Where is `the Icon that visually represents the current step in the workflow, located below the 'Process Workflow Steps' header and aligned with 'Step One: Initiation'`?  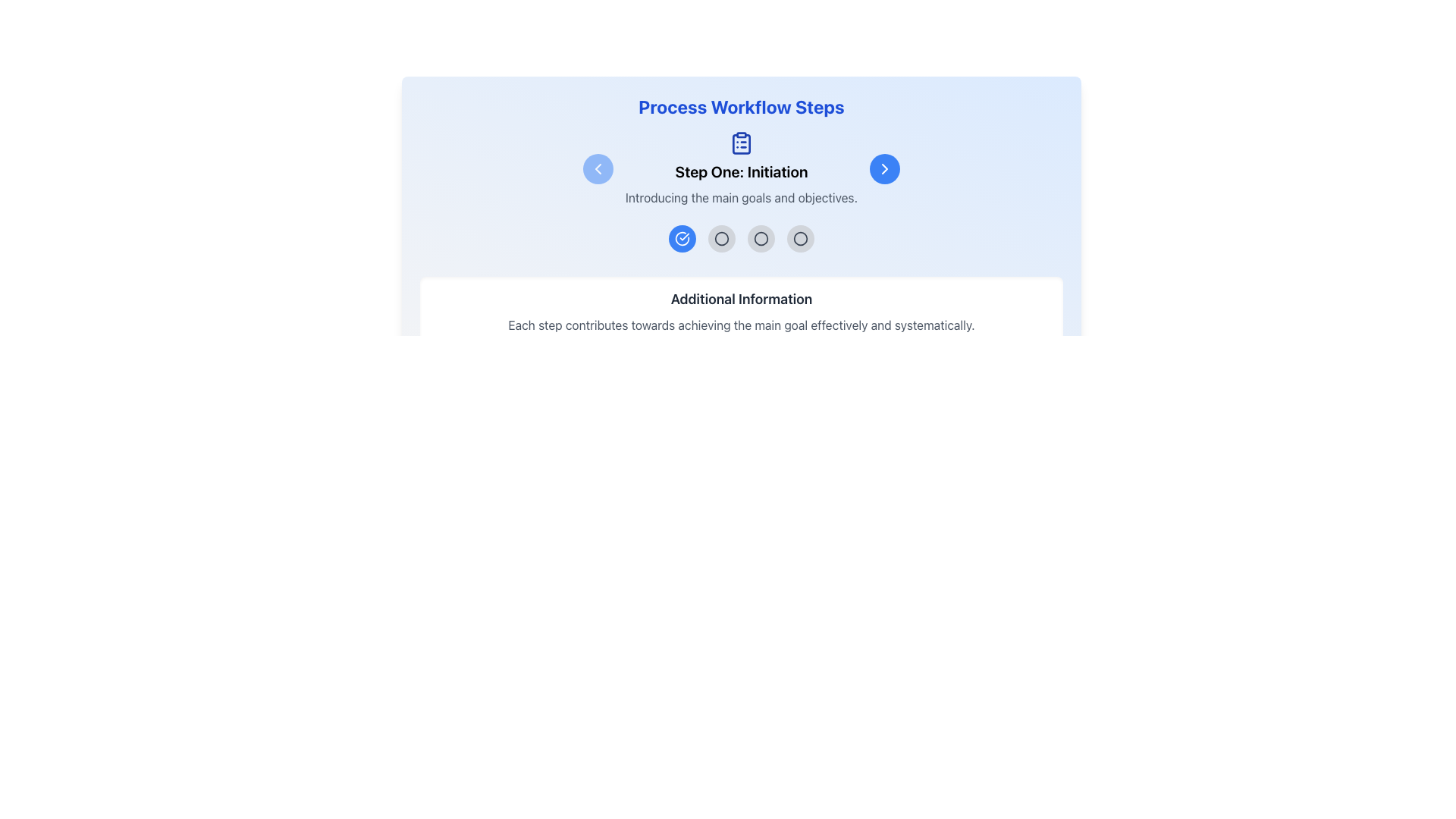 the Icon that visually represents the current step in the workflow, located below the 'Process Workflow Steps' header and aligned with 'Step One: Initiation' is located at coordinates (742, 169).